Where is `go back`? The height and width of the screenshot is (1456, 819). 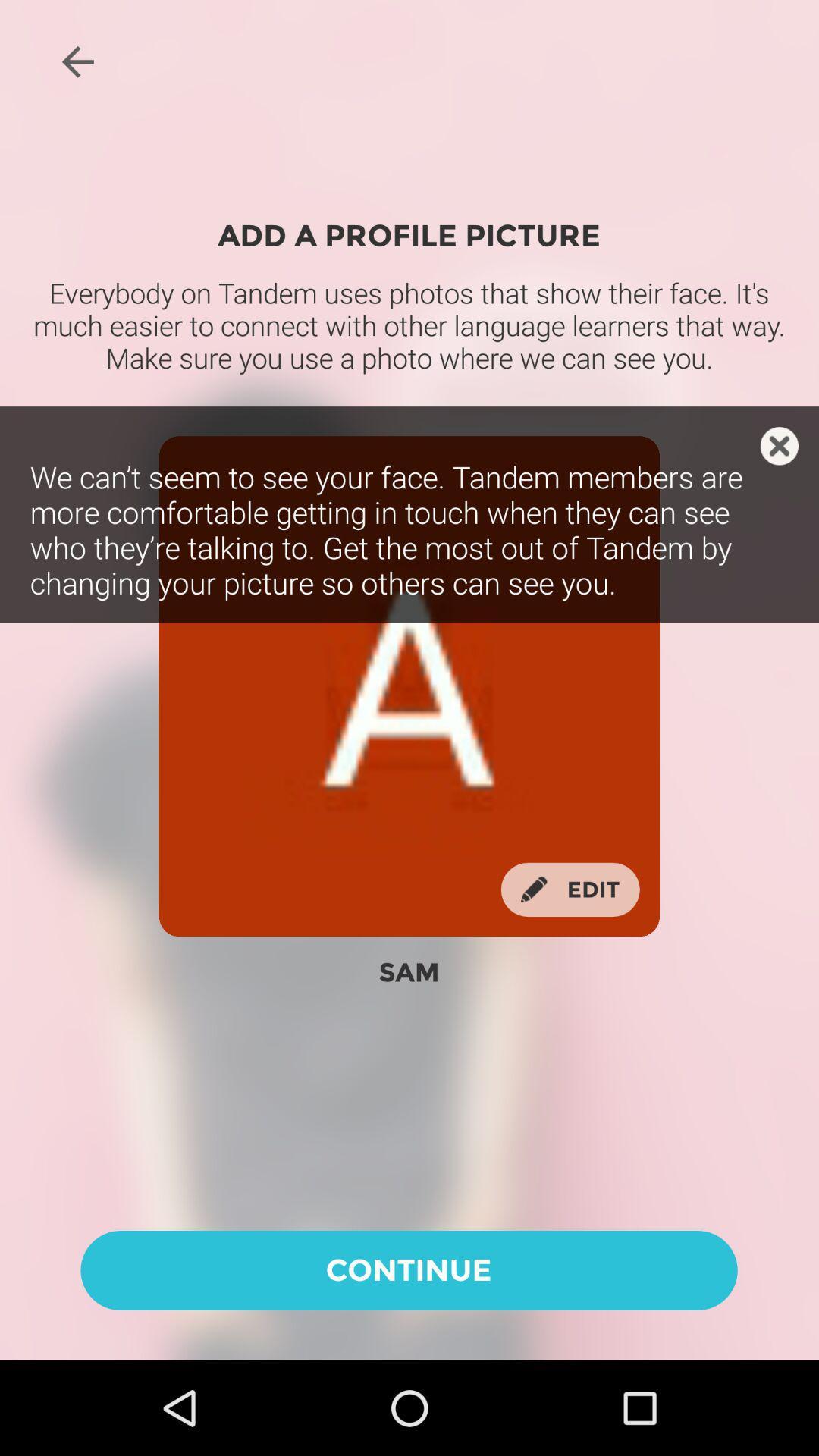 go back is located at coordinates (77, 61).